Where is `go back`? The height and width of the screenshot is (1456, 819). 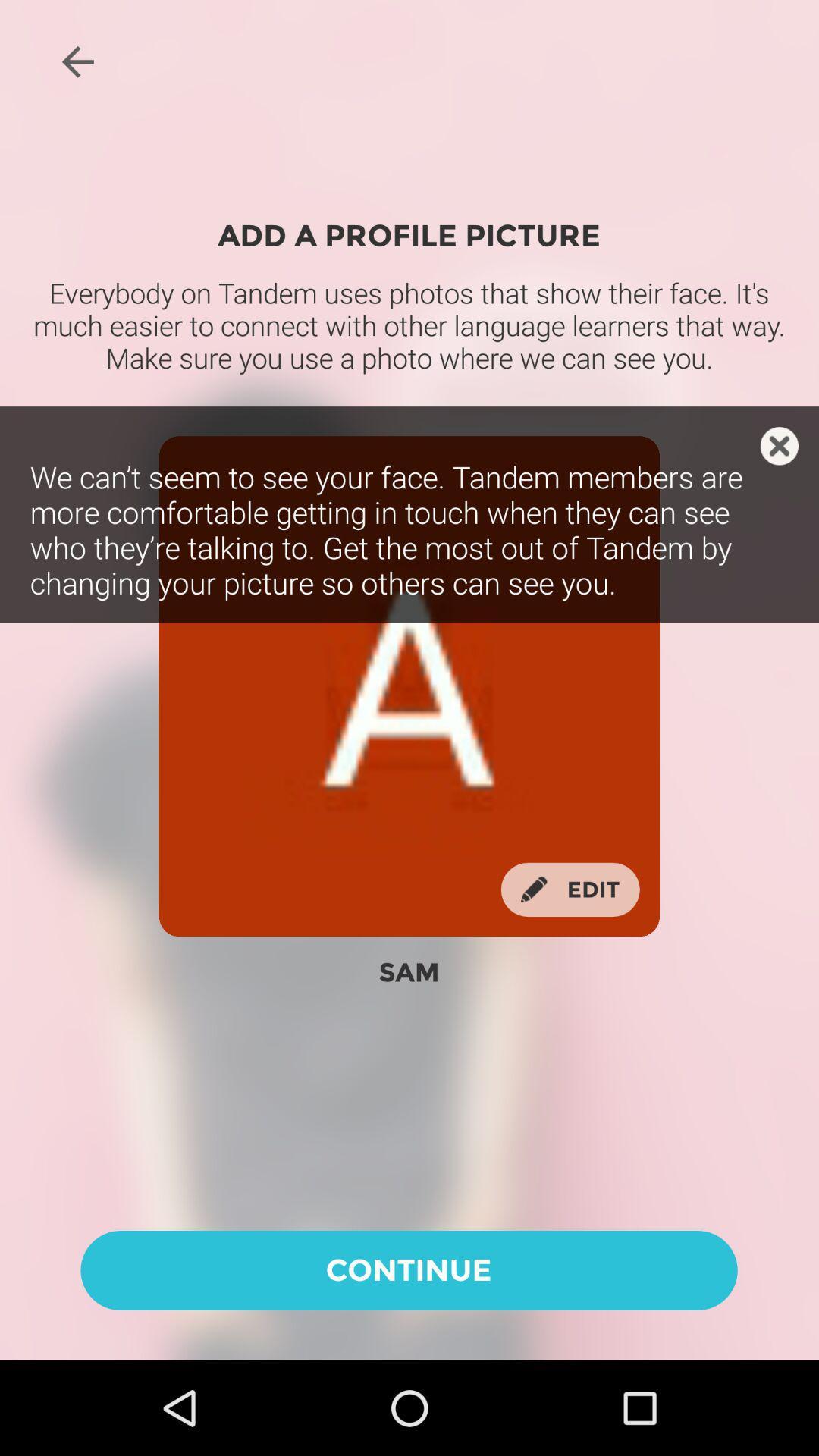 go back is located at coordinates (77, 61).